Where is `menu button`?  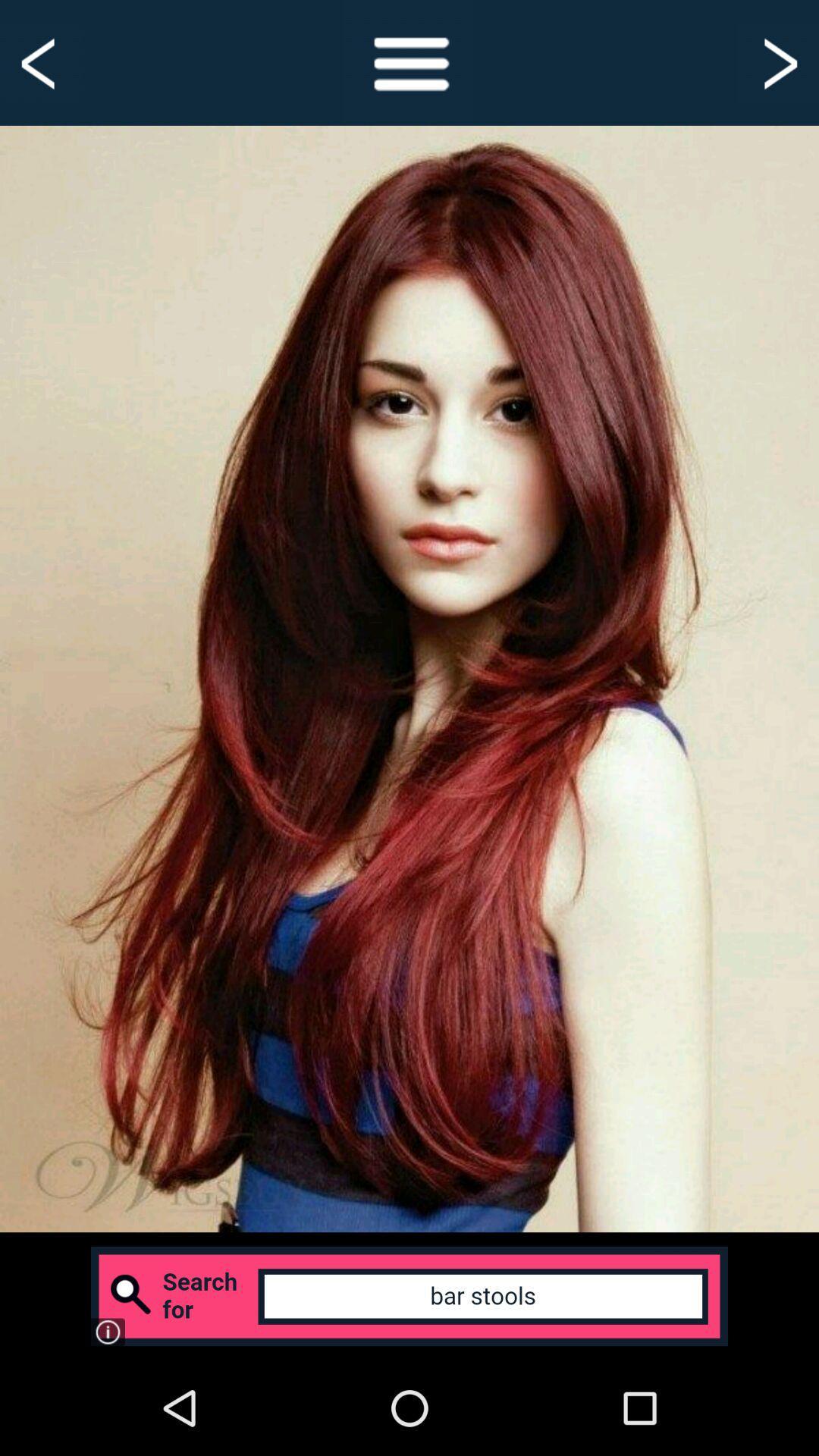 menu button is located at coordinates (409, 61).